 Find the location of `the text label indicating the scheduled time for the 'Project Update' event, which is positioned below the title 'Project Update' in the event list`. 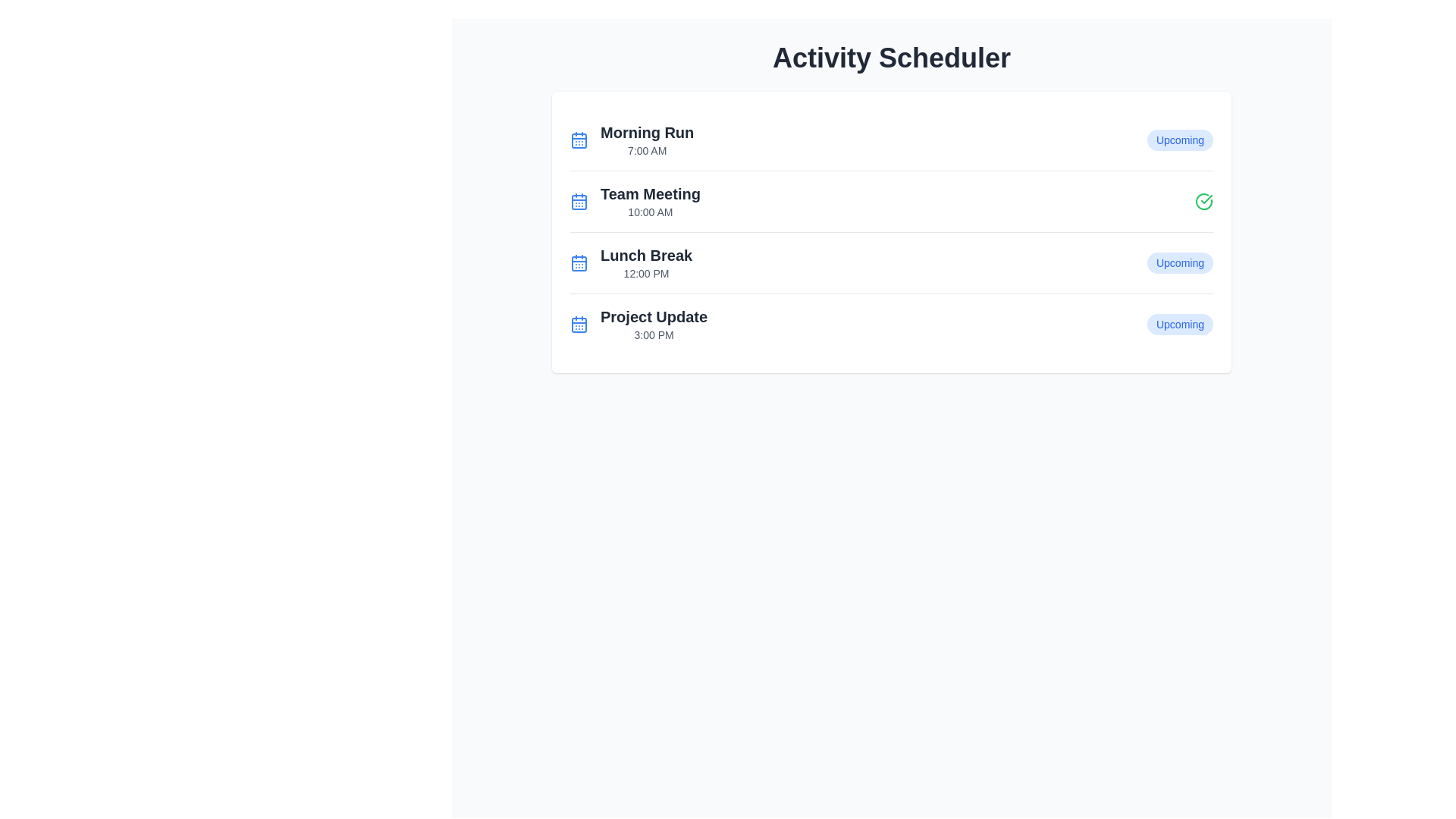

the text label indicating the scheduled time for the 'Project Update' event, which is positioned below the title 'Project Update' in the event list is located at coordinates (654, 334).